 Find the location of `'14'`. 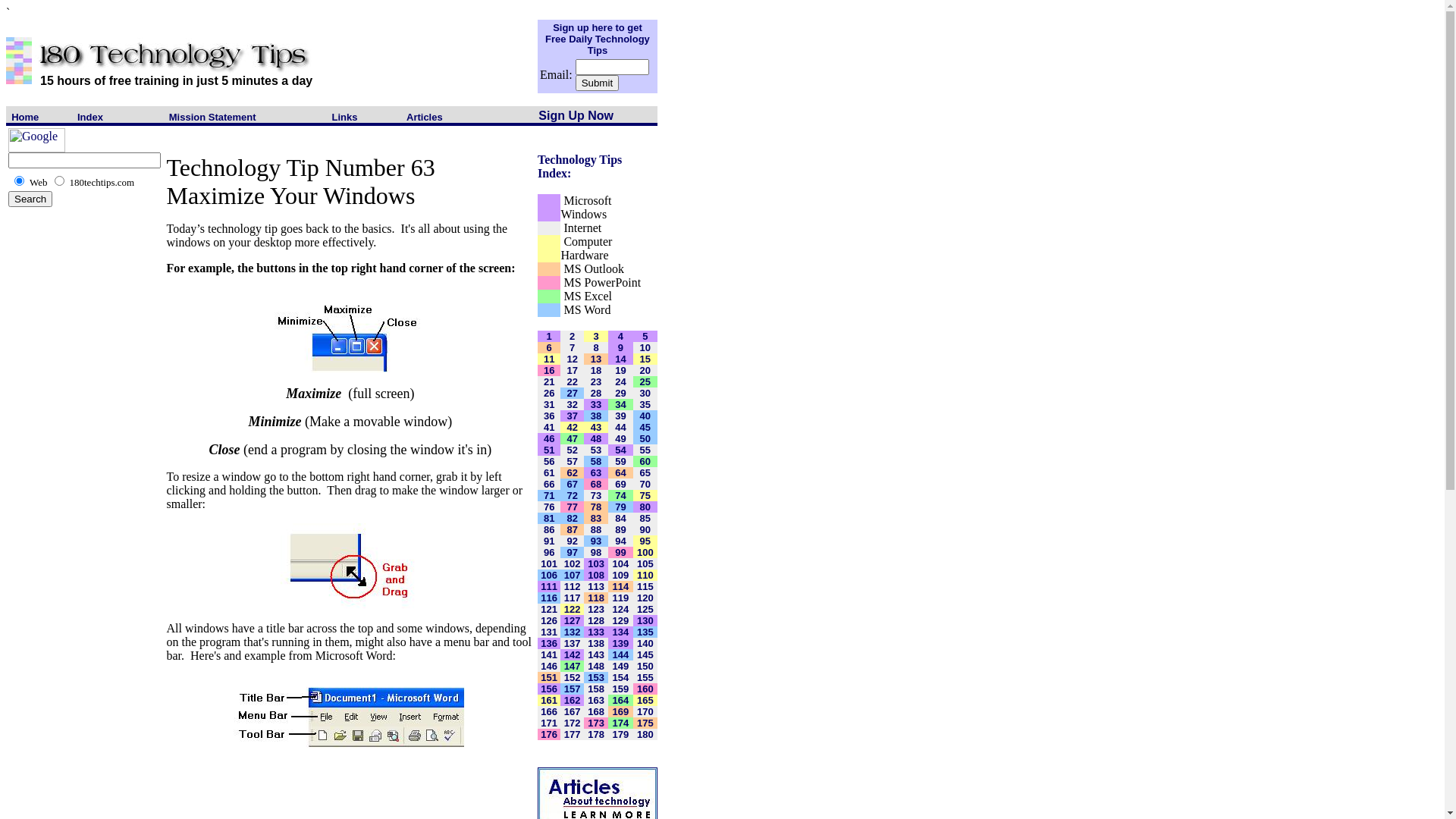

'14' is located at coordinates (620, 359).